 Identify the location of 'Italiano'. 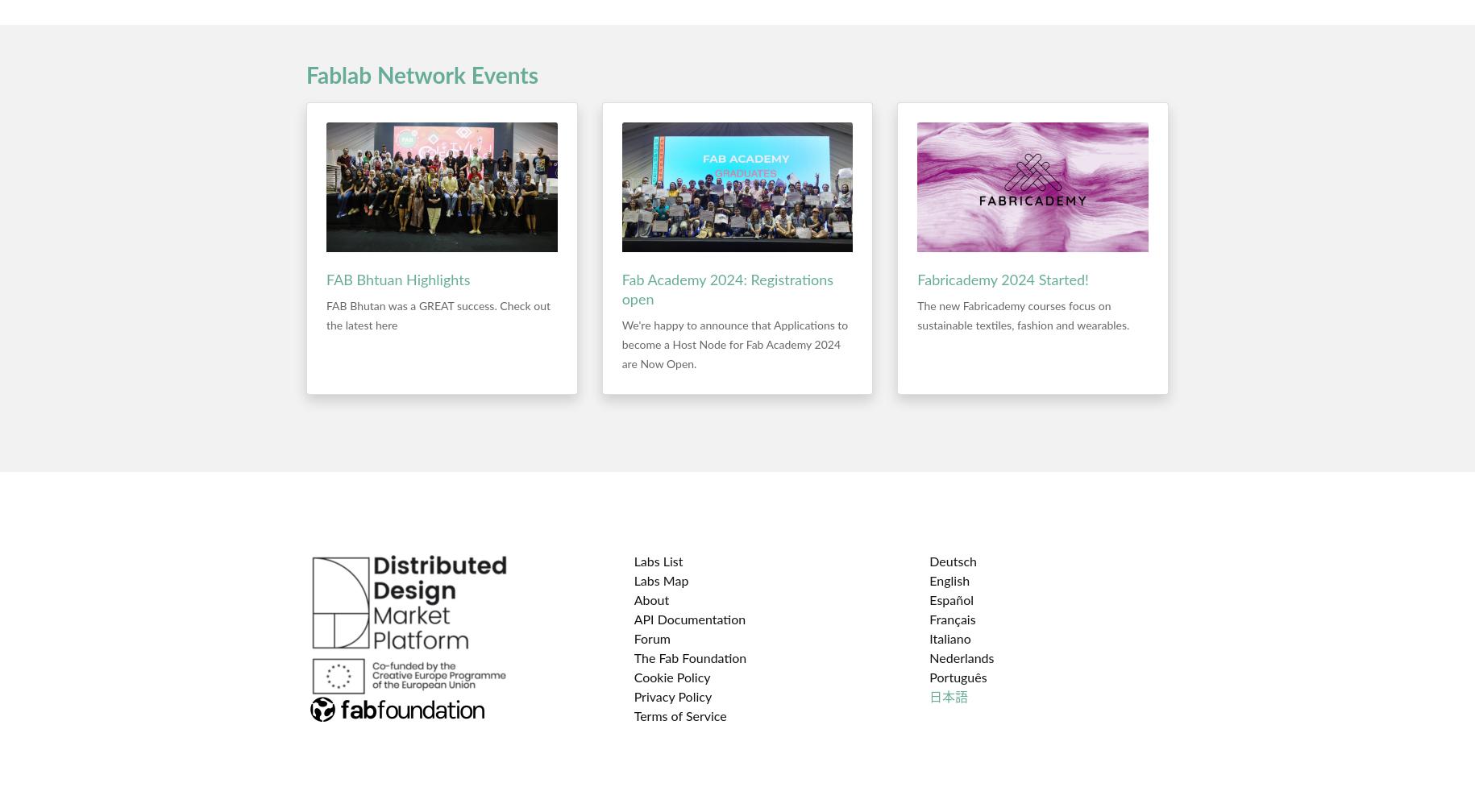
(949, 640).